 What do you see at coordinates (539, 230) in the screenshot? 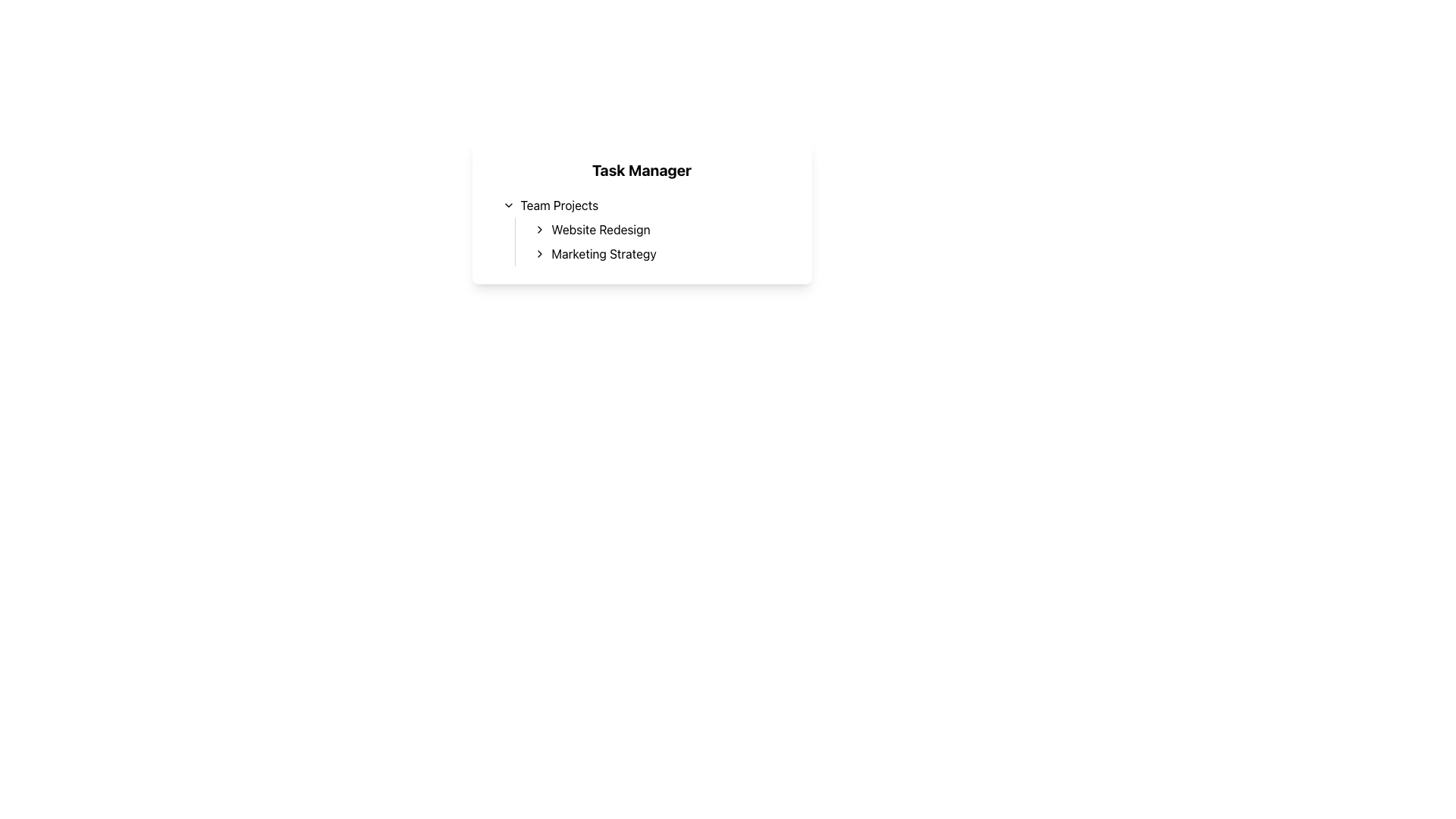
I see `the Chevron icon located to the left of the 'Website Redesign' text` at bounding box center [539, 230].